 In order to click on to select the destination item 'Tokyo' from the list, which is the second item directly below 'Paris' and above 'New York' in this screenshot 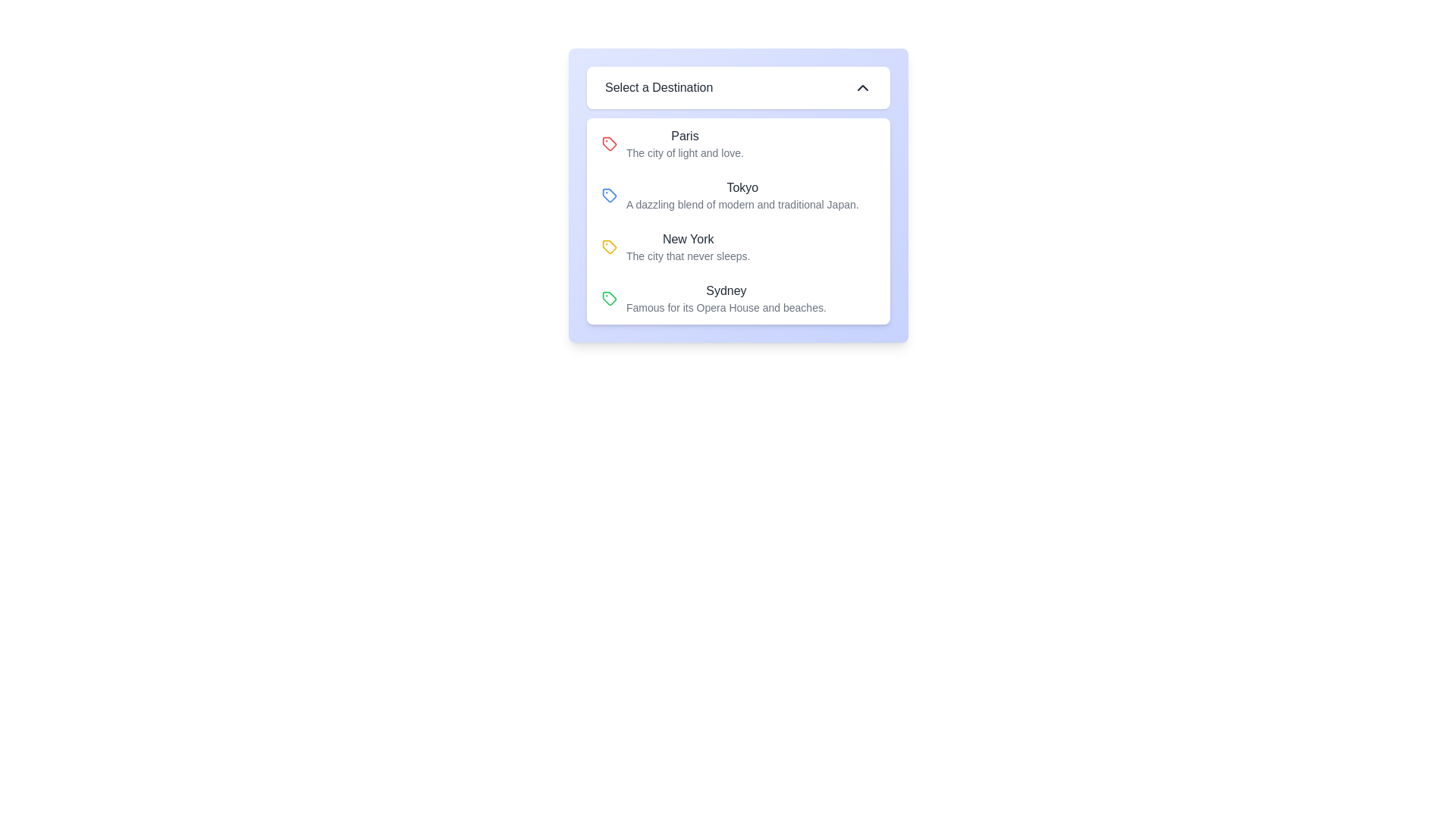, I will do `click(739, 195)`.